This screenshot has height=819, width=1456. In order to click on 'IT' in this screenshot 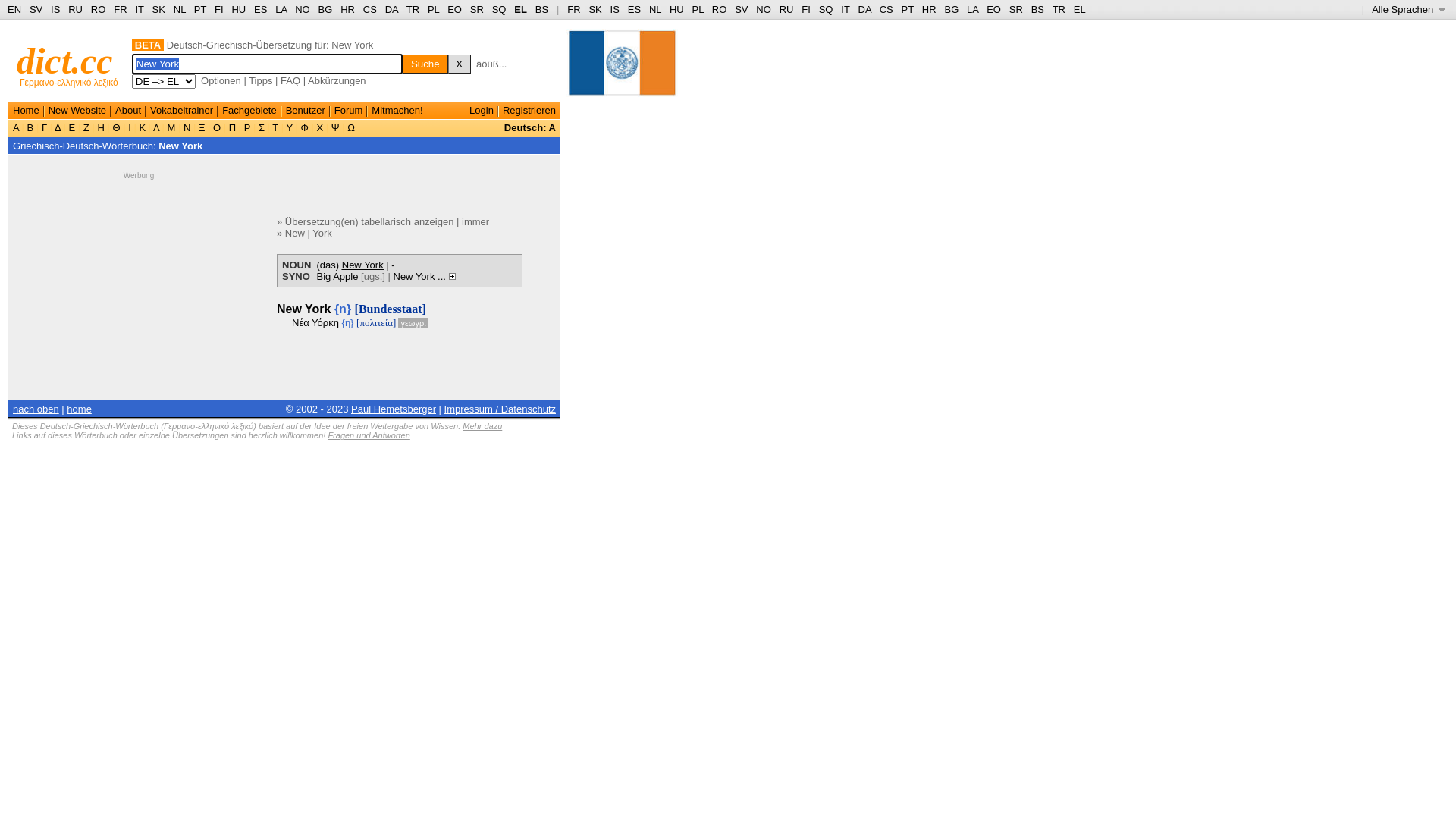, I will do `click(844, 9)`.